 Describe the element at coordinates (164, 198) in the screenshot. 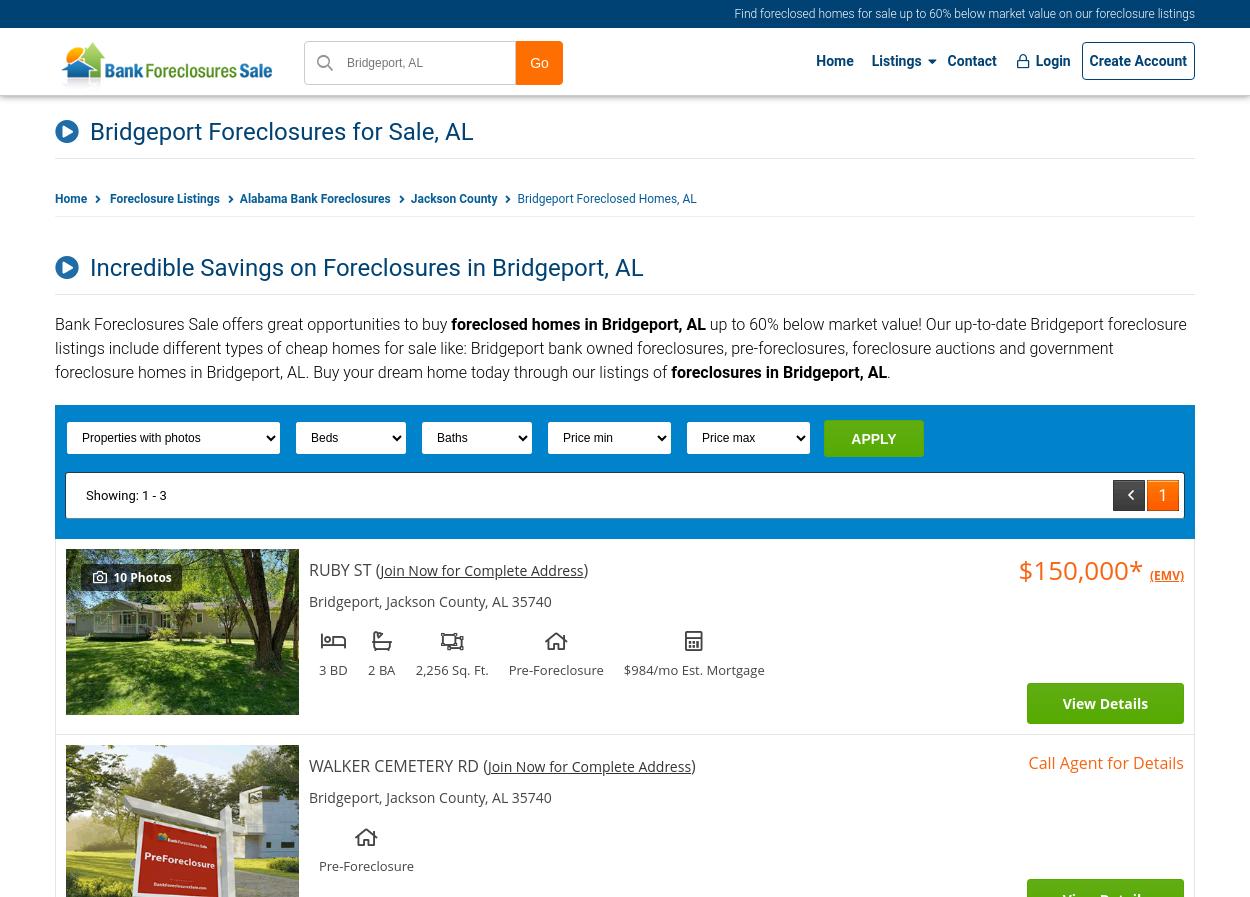

I see `'Foreclosure Listings'` at that location.